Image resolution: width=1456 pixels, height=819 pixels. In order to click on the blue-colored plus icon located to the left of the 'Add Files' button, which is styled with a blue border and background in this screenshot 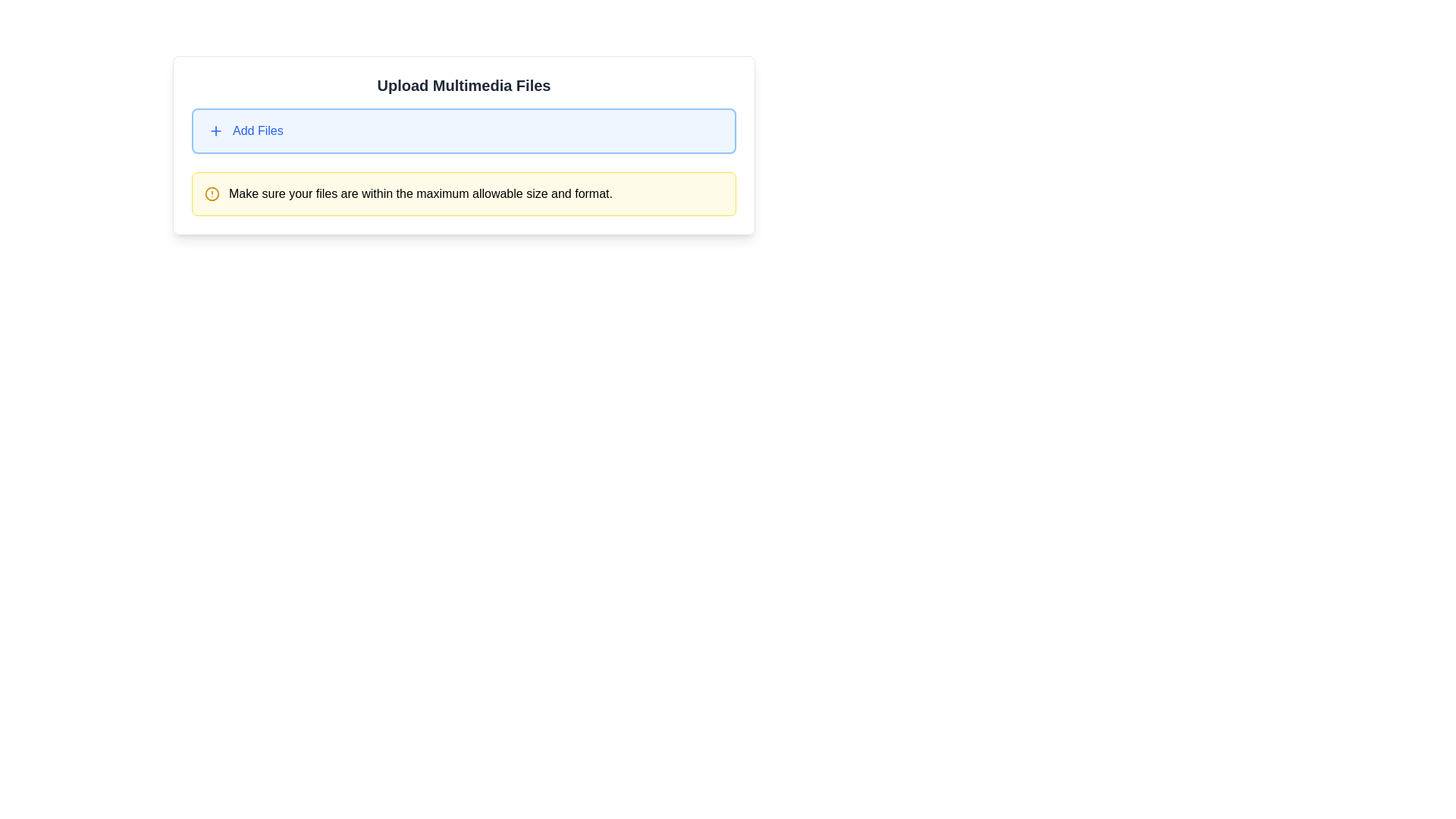, I will do `click(215, 130)`.